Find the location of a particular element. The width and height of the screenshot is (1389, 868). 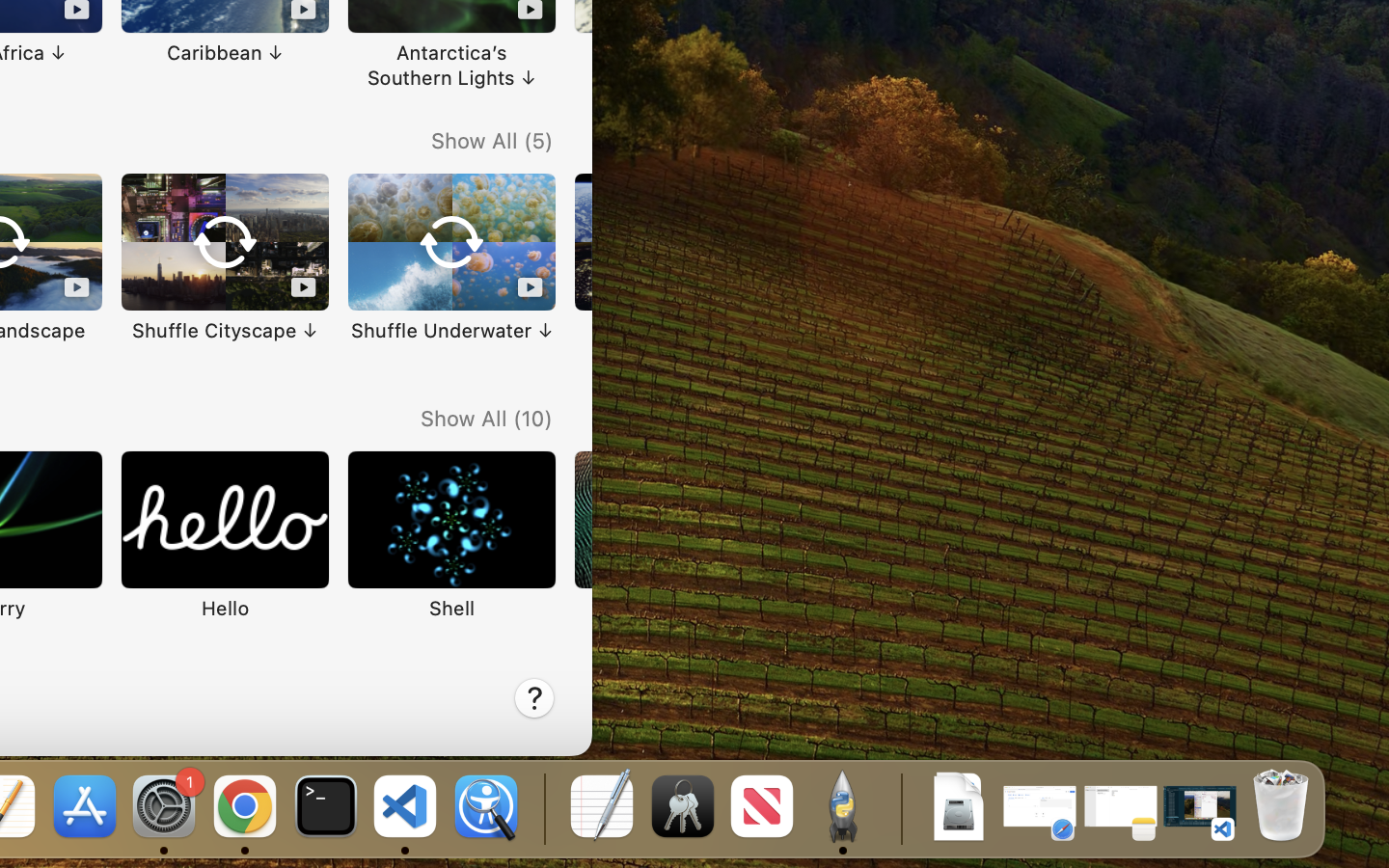

'0.4285714328289032' is located at coordinates (542, 807).